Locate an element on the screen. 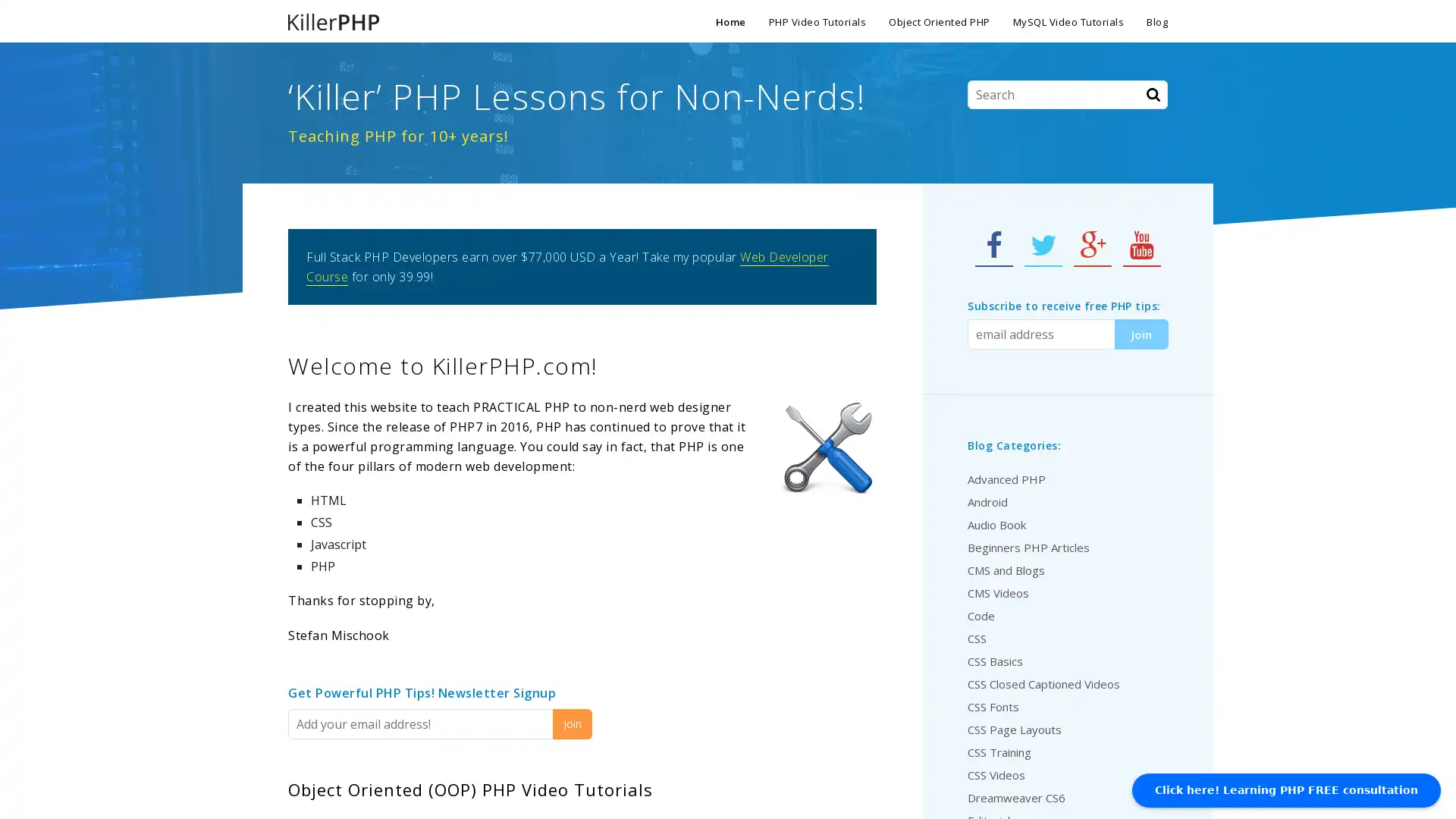 This screenshot has height=819, width=1456. Join is located at coordinates (571, 723).